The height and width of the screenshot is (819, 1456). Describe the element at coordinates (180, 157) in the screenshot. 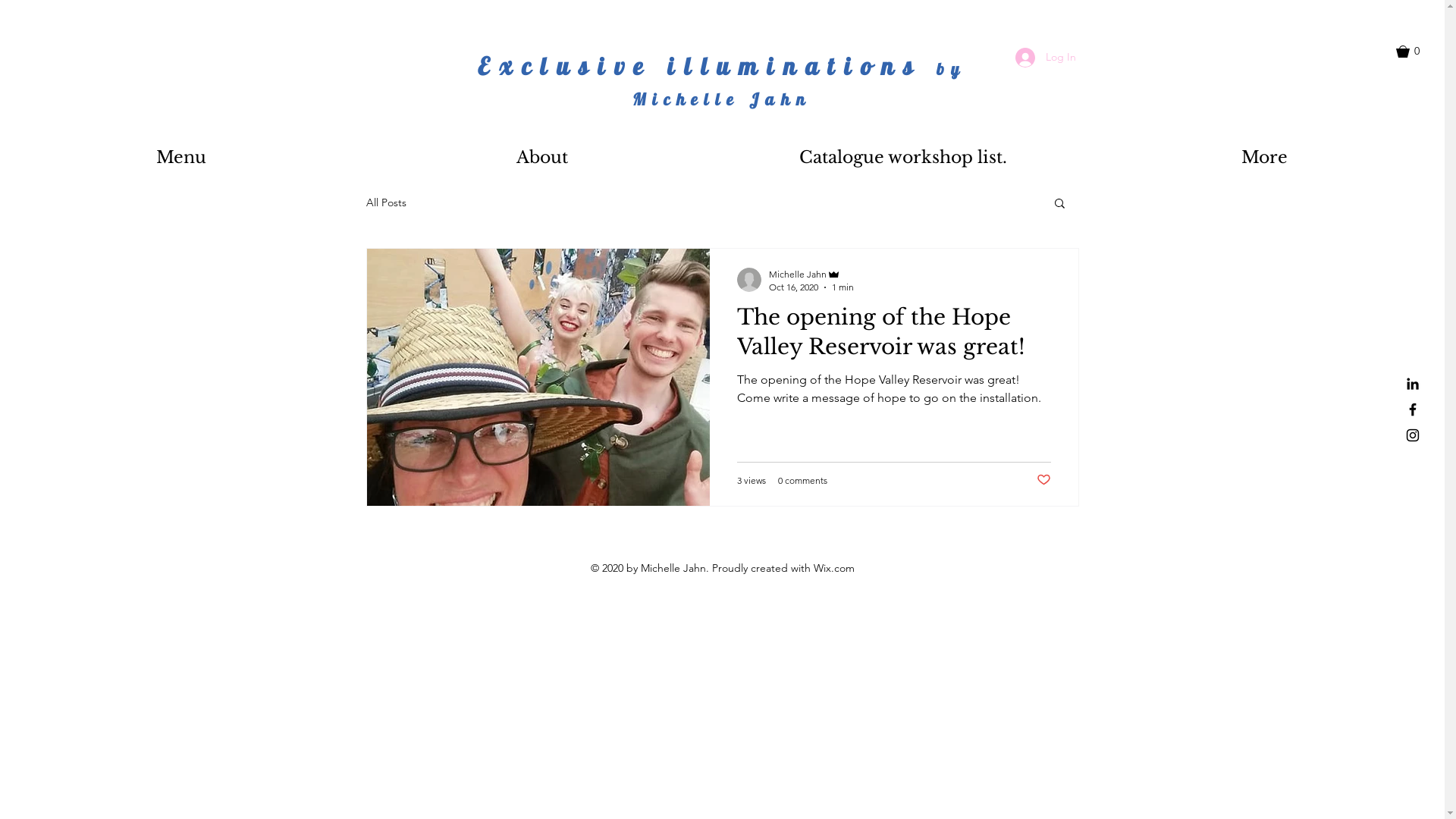

I see `'Menu'` at that location.